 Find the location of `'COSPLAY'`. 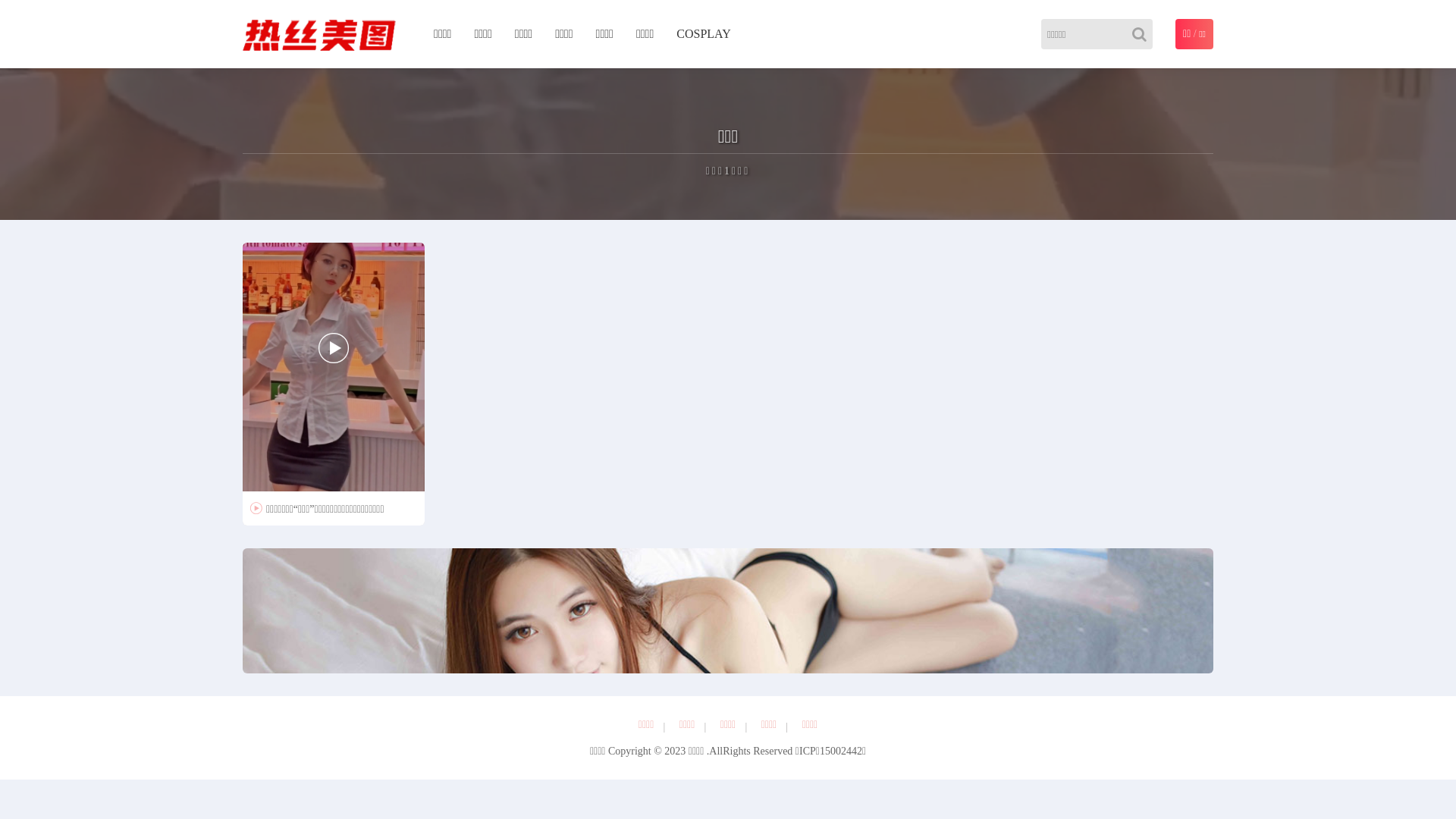

'COSPLAY' is located at coordinates (702, 34).